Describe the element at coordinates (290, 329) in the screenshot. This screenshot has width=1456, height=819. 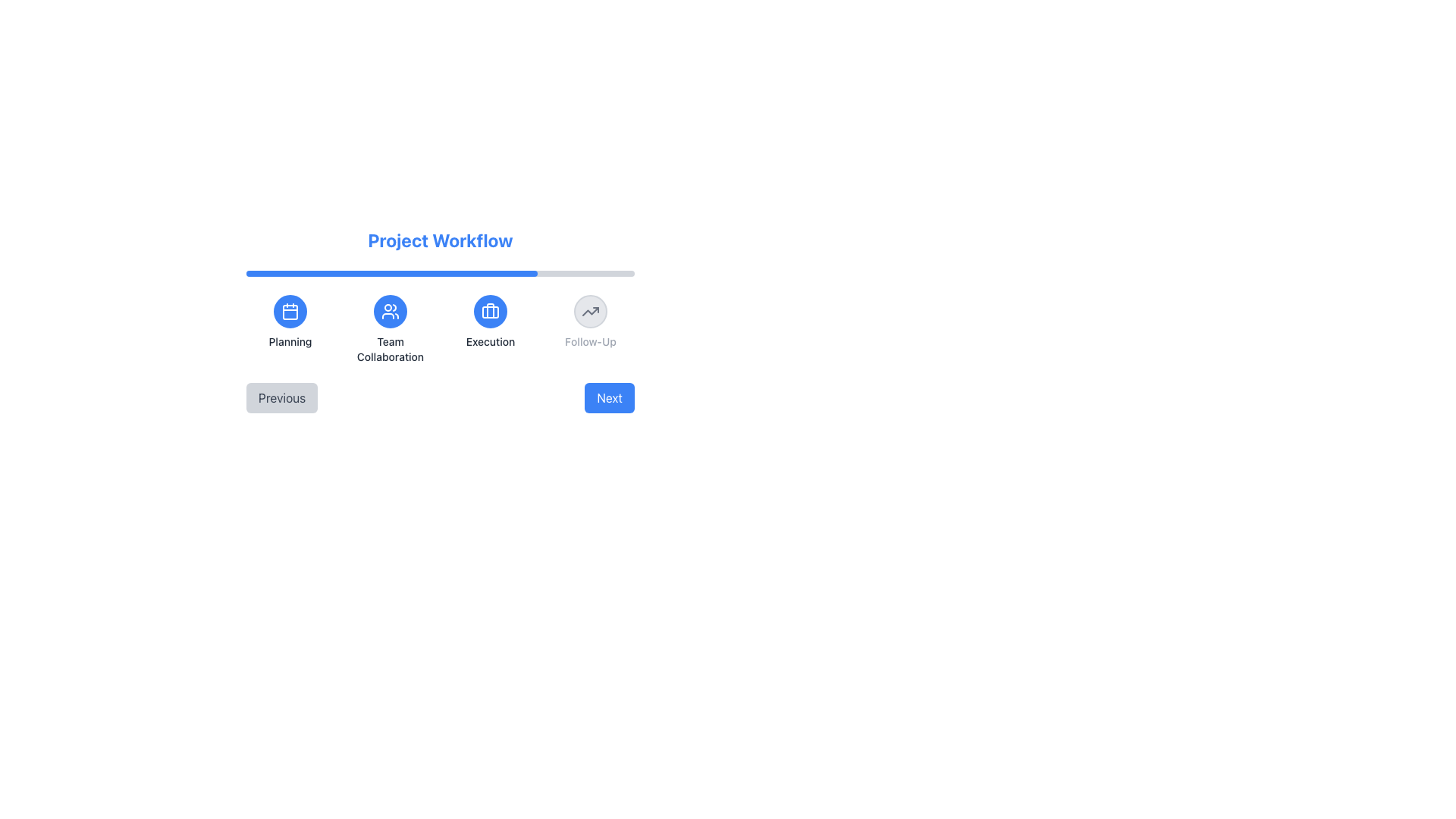
I see `the 'Planning' phase indicator icon and text located in the first column of a grid layout, positioned to the left of 'Team Collaboration'` at that location.